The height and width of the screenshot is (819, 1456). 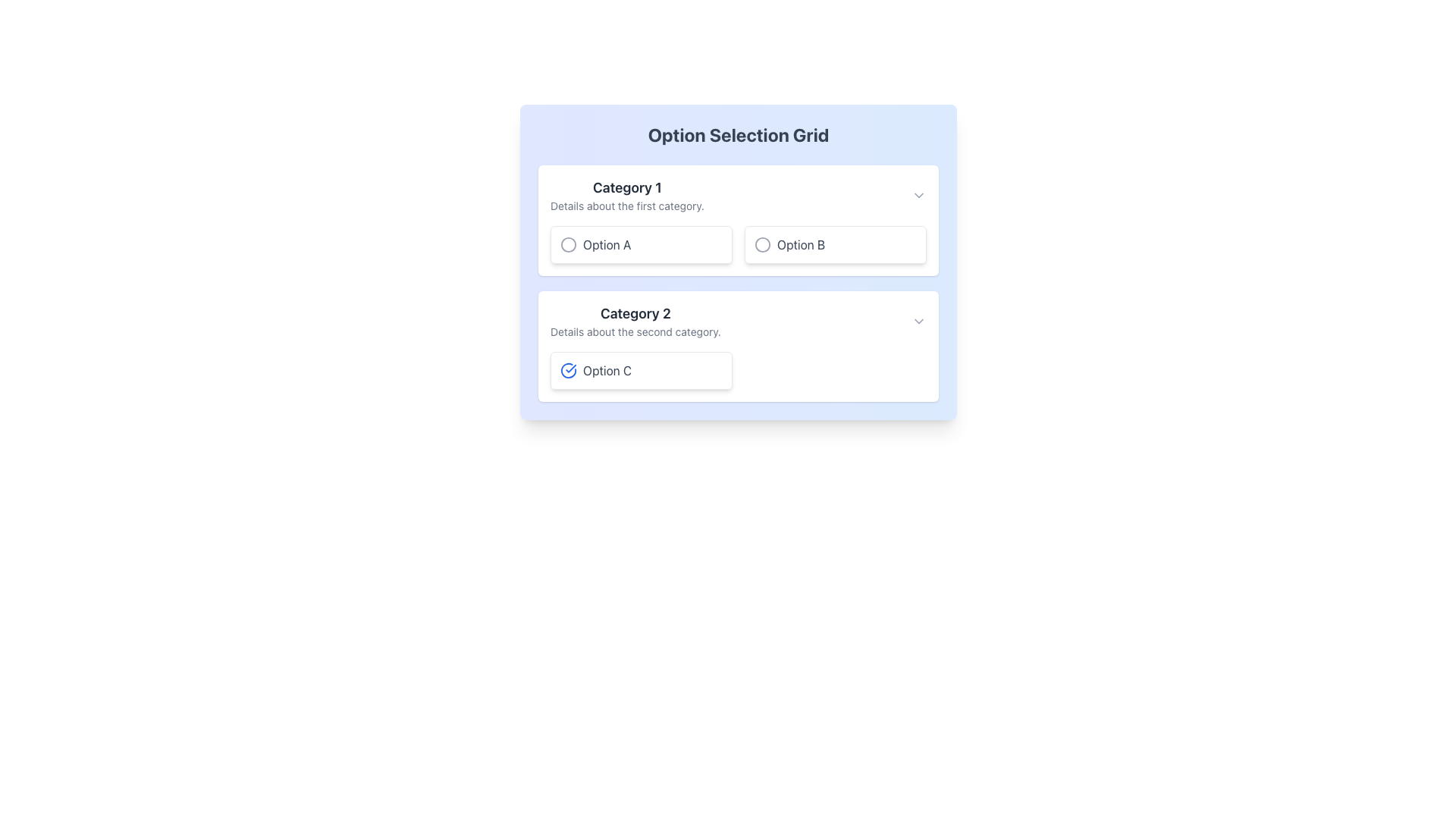 What do you see at coordinates (607, 244) in the screenshot?
I see `the label for 'Option A' in the 'Category 1' selection group, which is located on the left side of the grid interface` at bounding box center [607, 244].